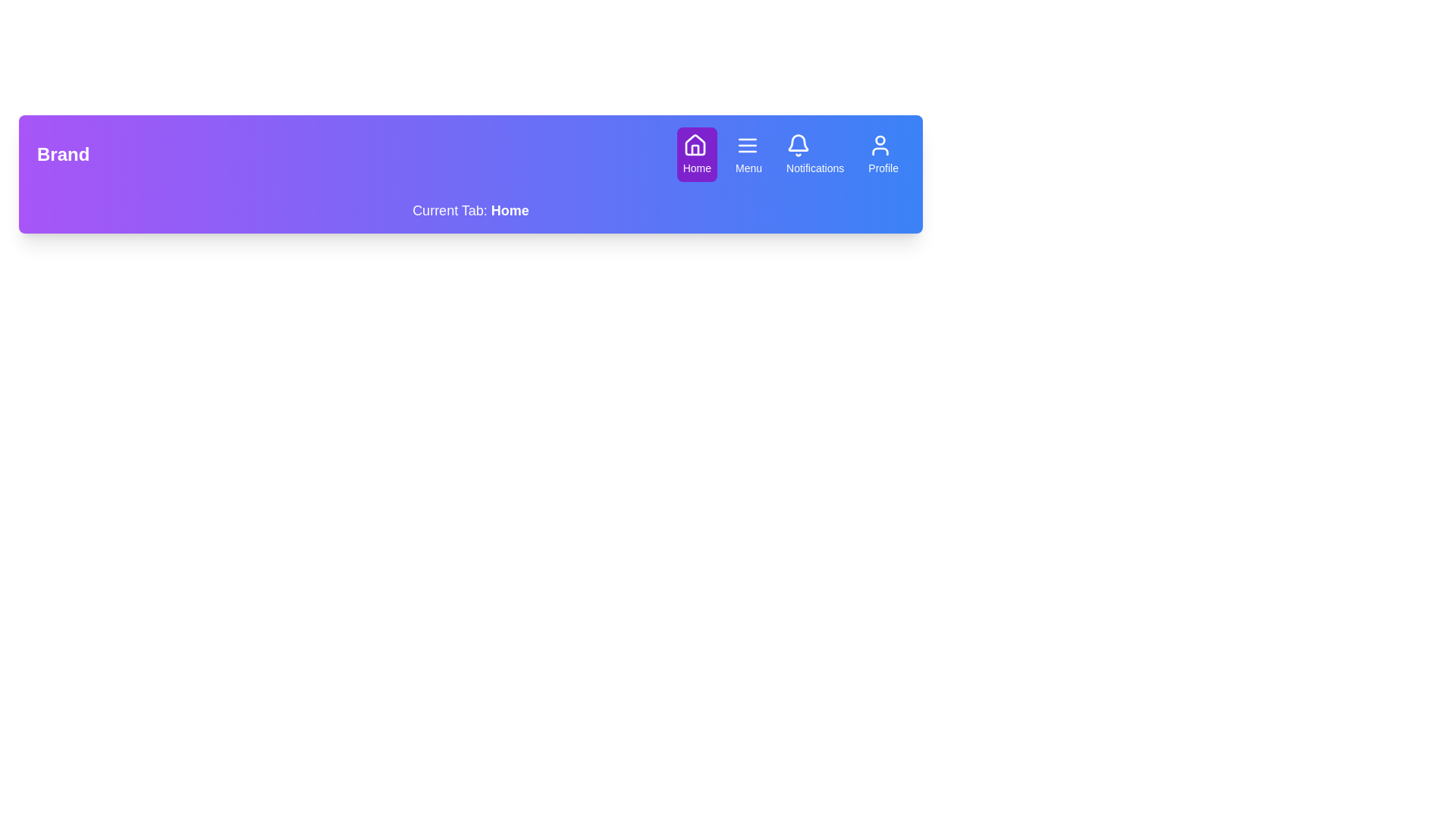 This screenshot has height=819, width=1456. What do you see at coordinates (694, 145) in the screenshot?
I see `the house-shaped 'Home' icon located at the first position in the navigation bar` at bounding box center [694, 145].